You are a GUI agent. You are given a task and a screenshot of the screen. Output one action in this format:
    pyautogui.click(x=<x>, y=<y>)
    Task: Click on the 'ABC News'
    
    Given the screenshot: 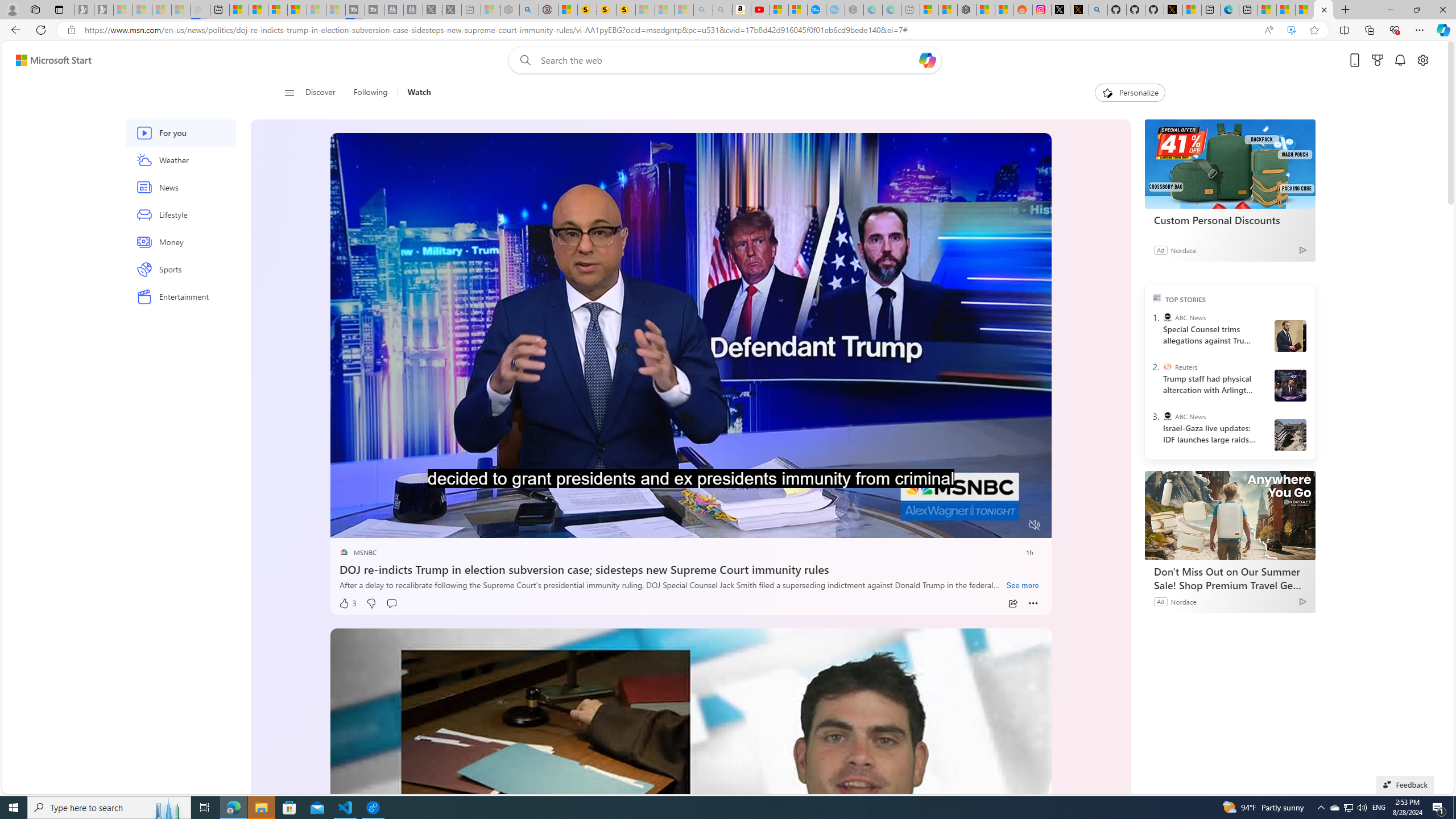 What is the action you would take?
    pyautogui.click(x=1168, y=416)
    